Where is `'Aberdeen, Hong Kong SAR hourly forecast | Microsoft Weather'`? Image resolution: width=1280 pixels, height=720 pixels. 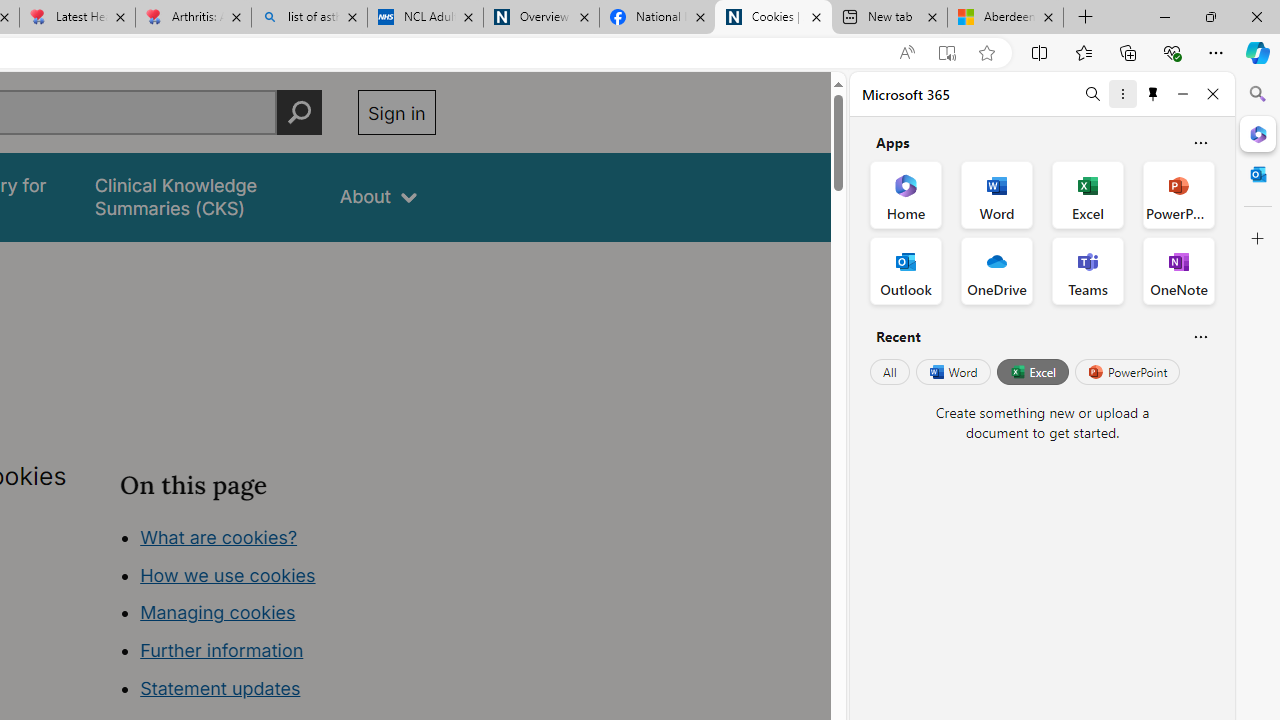
'Aberdeen, Hong Kong SAR hourly forecast | Microsoft Weather' is located at coordinates (1006, 17).